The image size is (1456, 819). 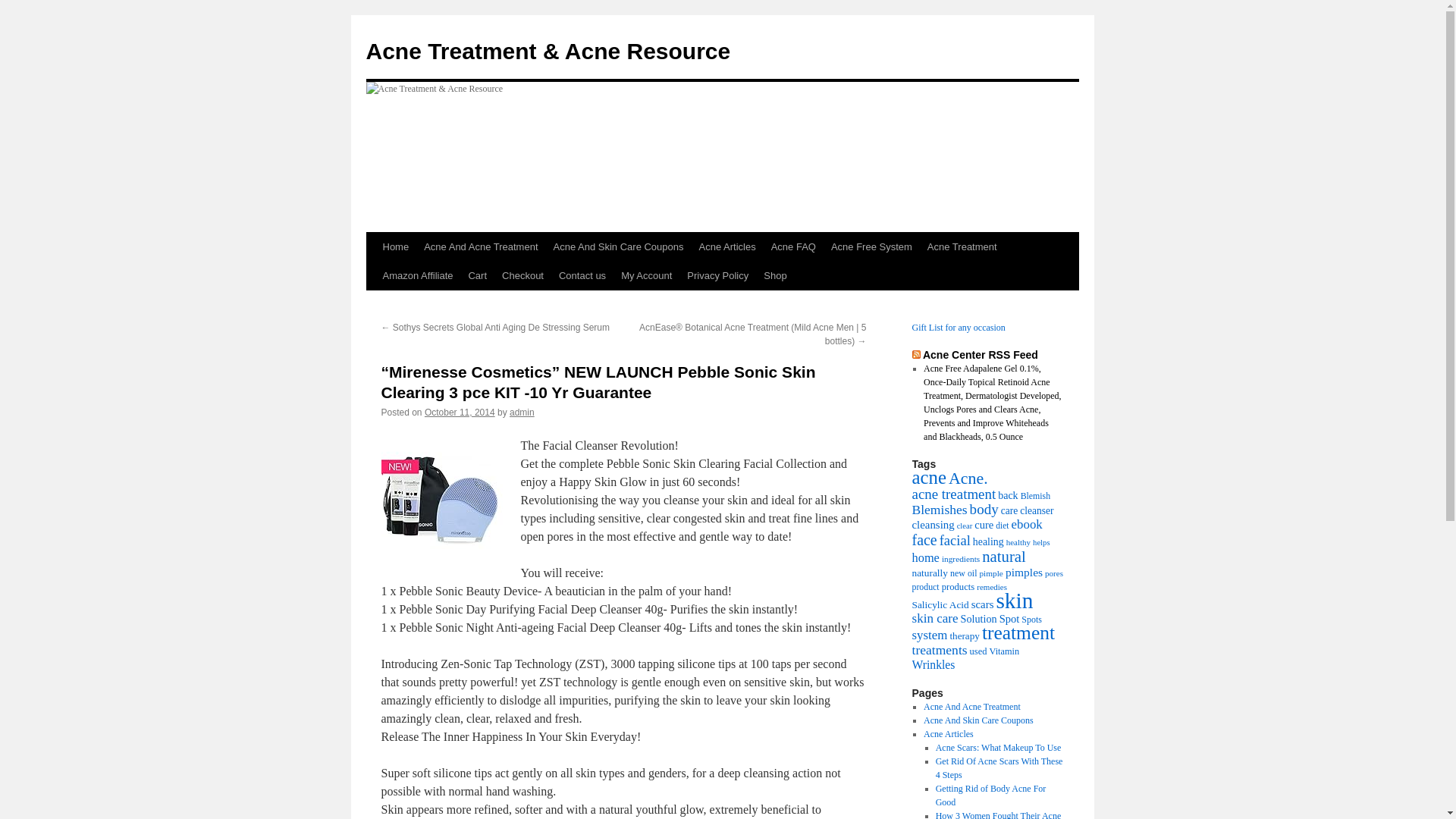 I want to click on 'treatments', so click(x=938, y=648).